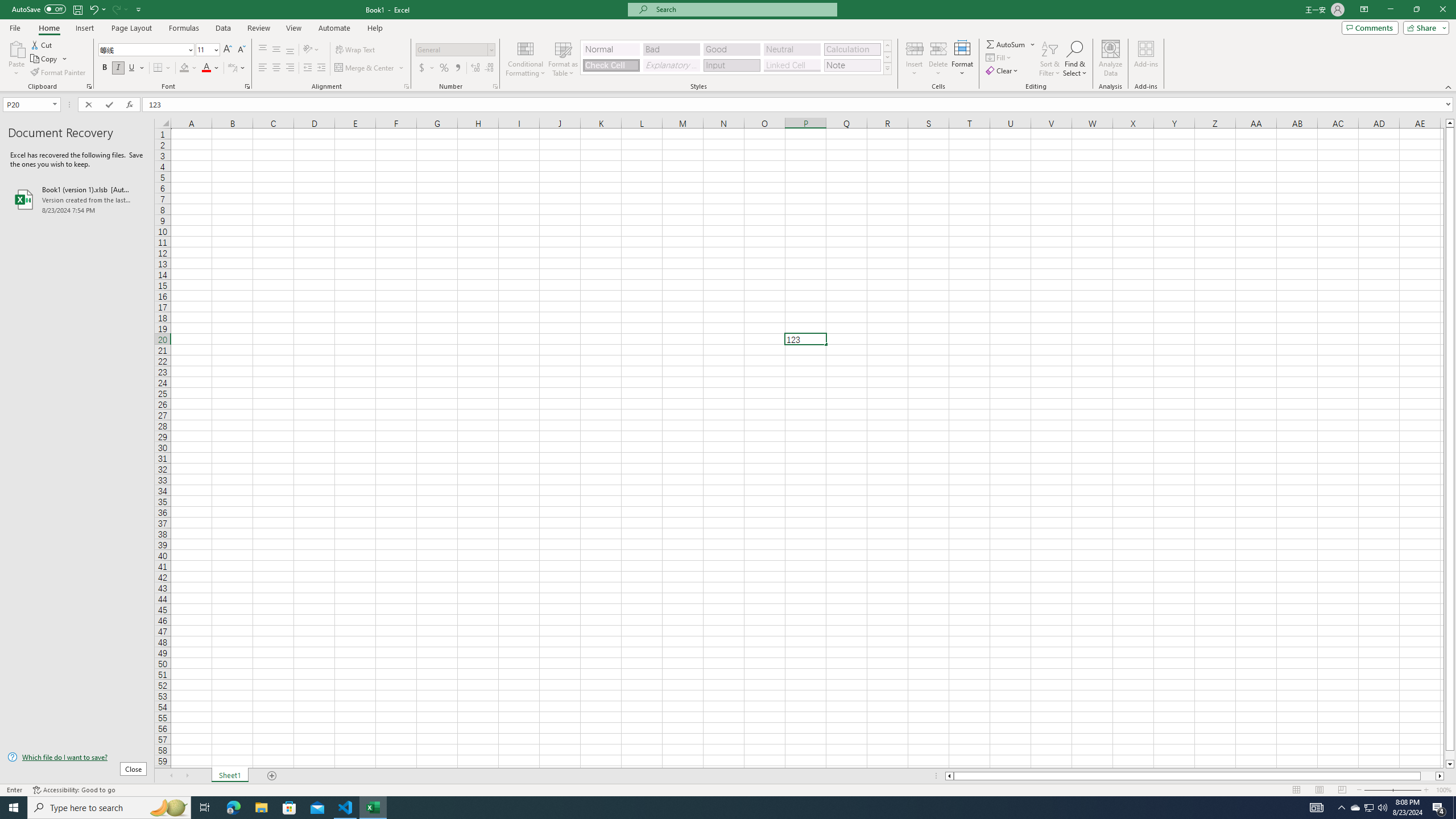  I want to click on 'Italic', so click(118, 67).